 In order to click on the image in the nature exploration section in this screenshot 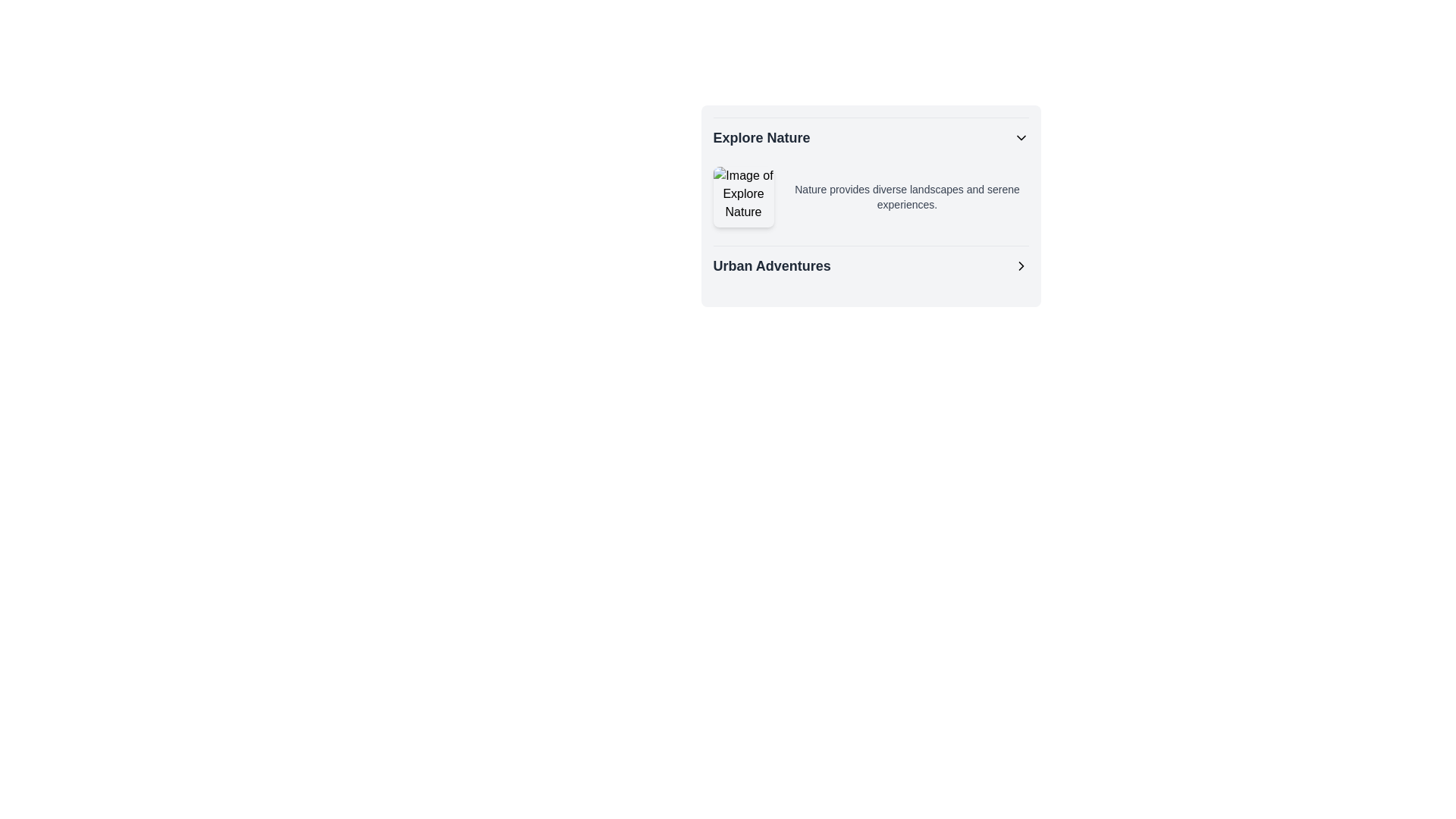, I will do `click(871, 176)`.